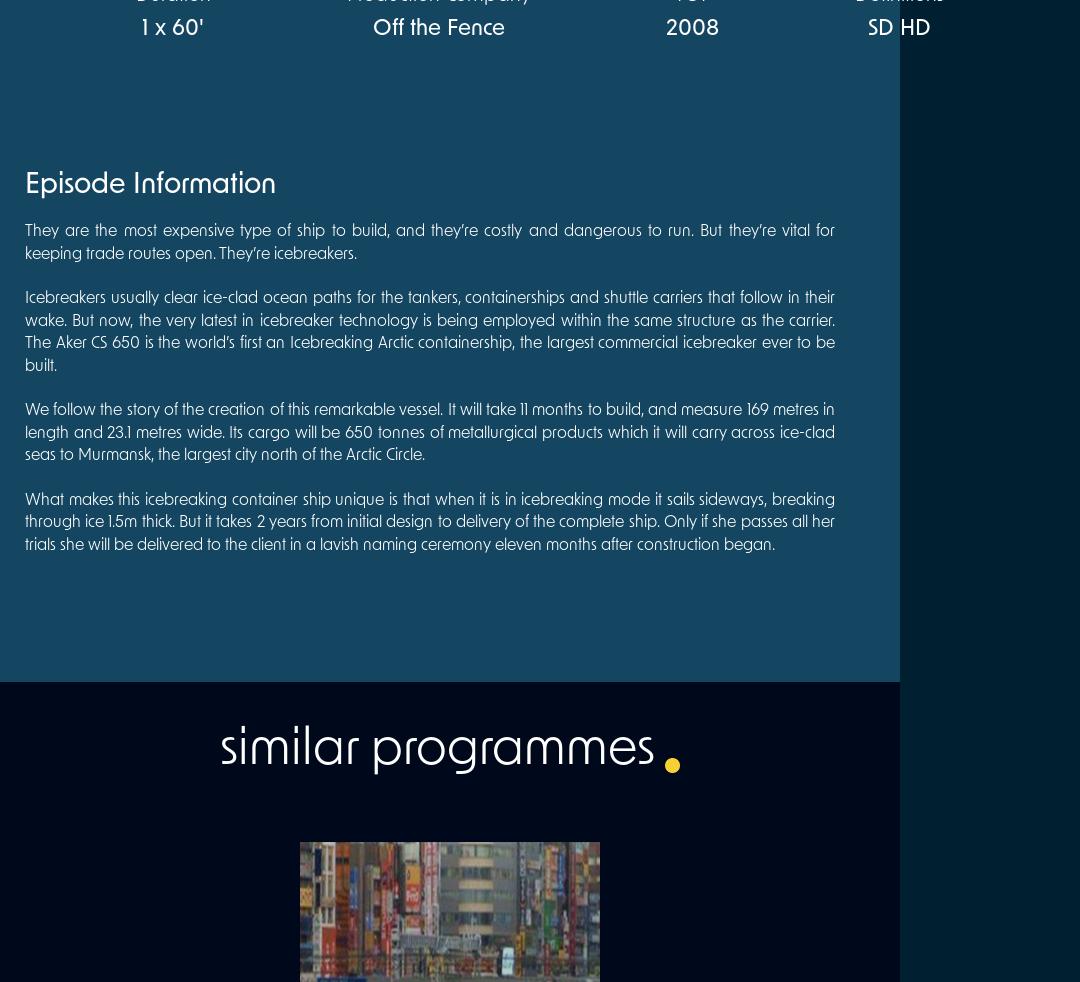 The image size is (1080, 982). Describe the element at coordinates (428, 242) in the screenshot. I see `'They are the most expensive type of ship to build, and they’re costly and dangerous to run. But they’re vital for keeping trade routes open. They’re icebreakers.'` at that location.